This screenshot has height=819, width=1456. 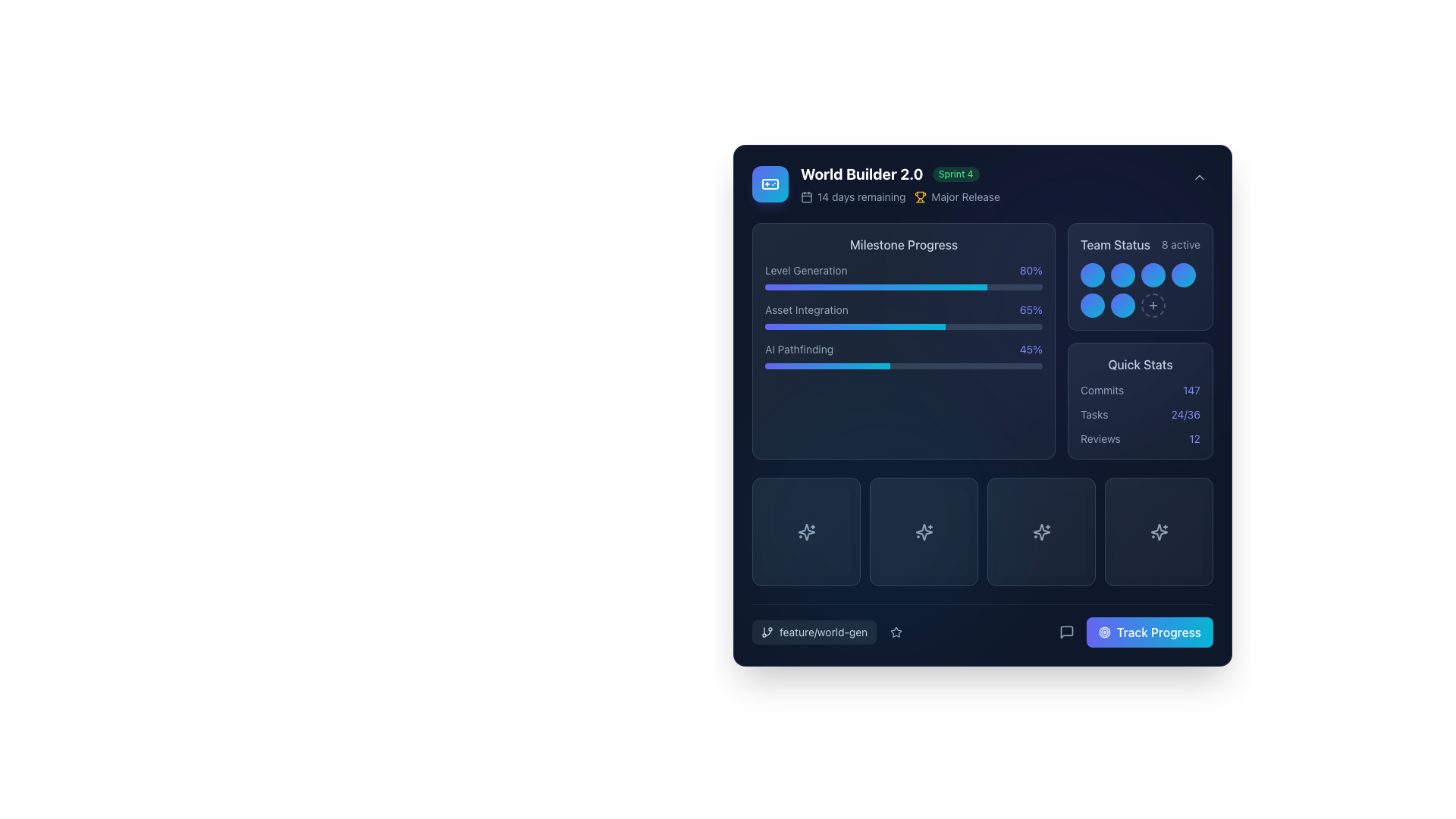 I want to click on the status indicator representing a team member's activity, so click(x=1140, y=277).